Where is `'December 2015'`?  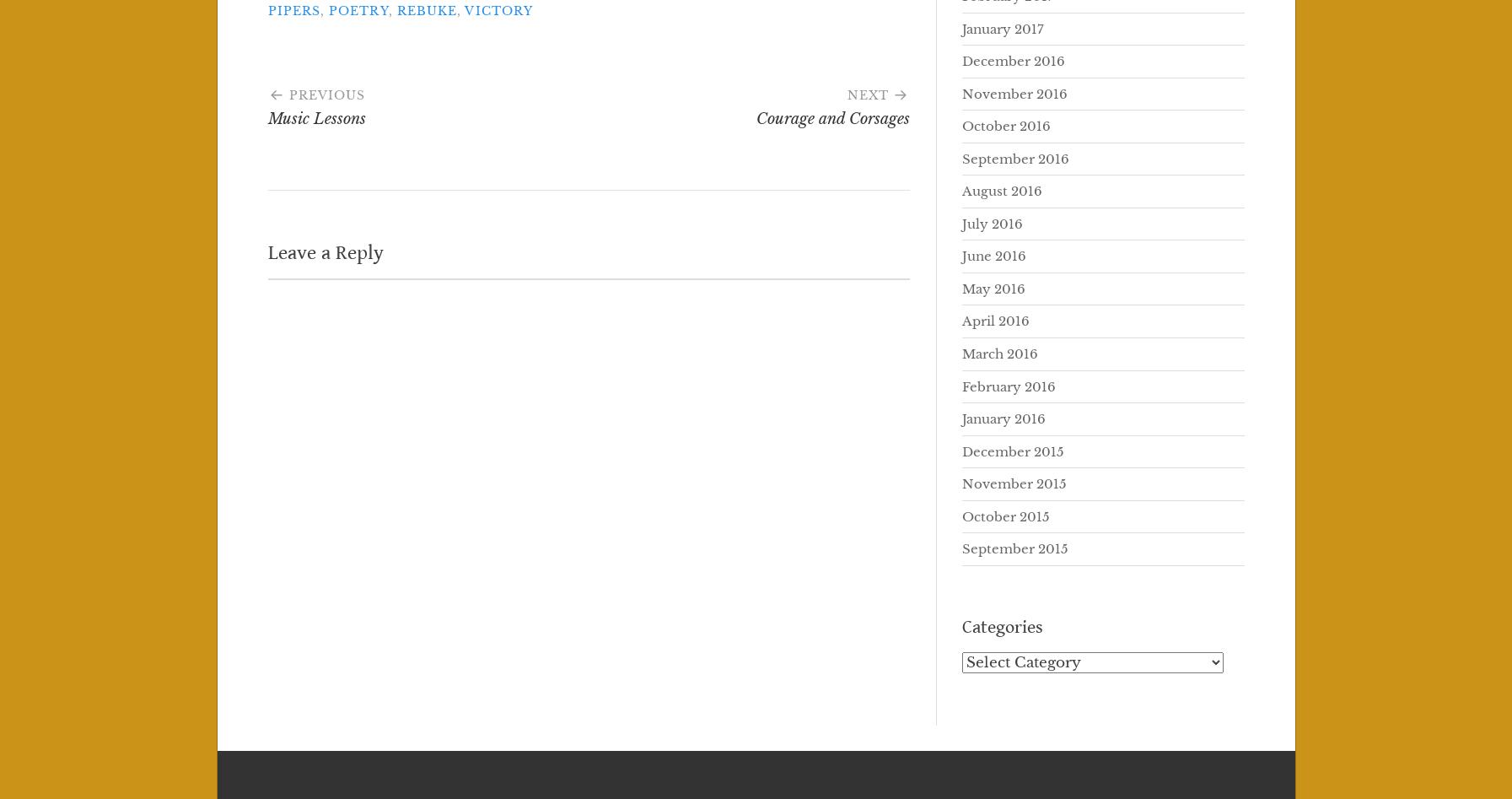 'December 2015' is located at coordinates (1012, 450).